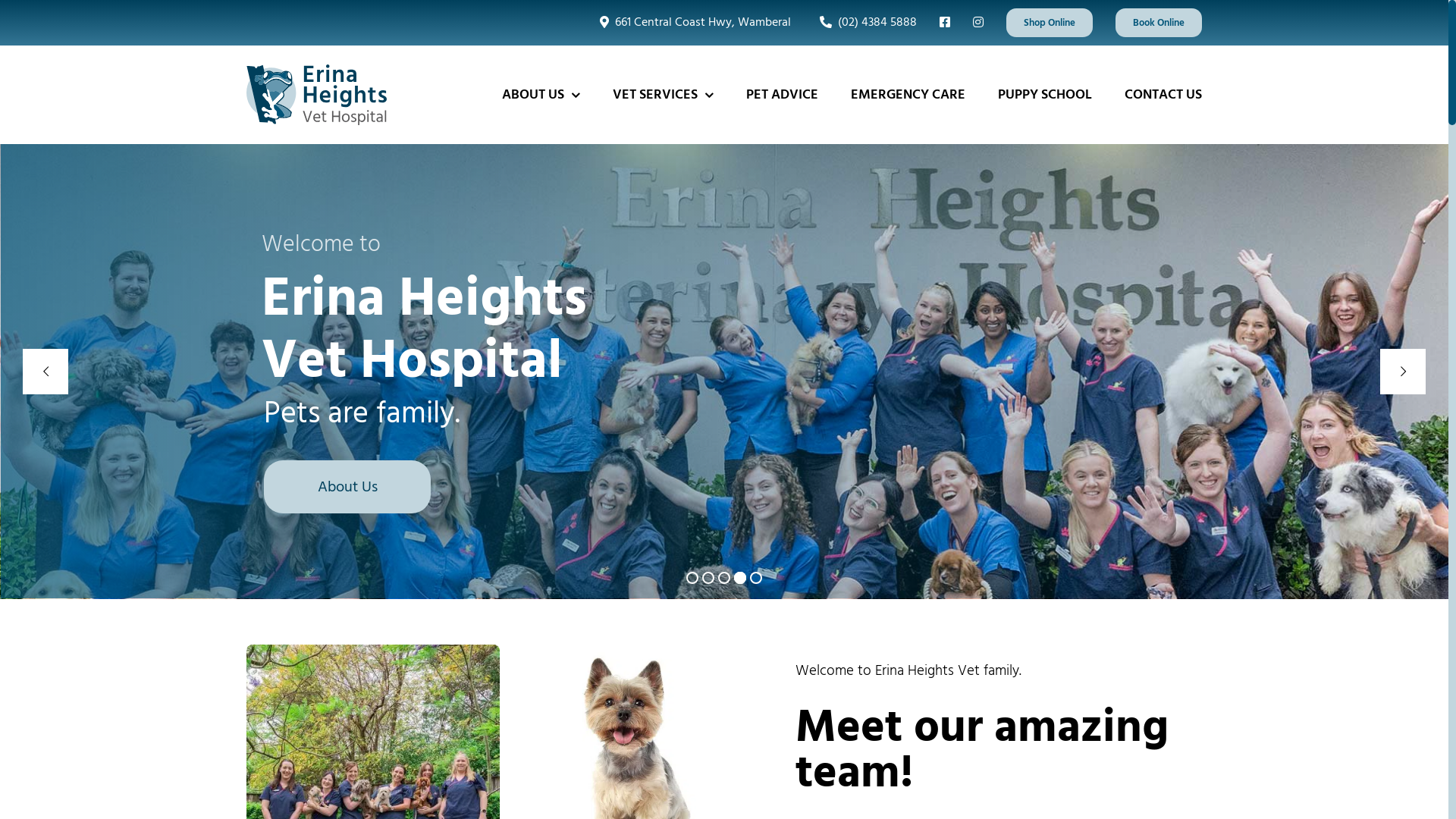 This screenshot has height=819, width=1456. What do you see at coordinates (782, 94) in the screenshot?
I see `'PET ADVICE'` at bounding box center [782, 94].